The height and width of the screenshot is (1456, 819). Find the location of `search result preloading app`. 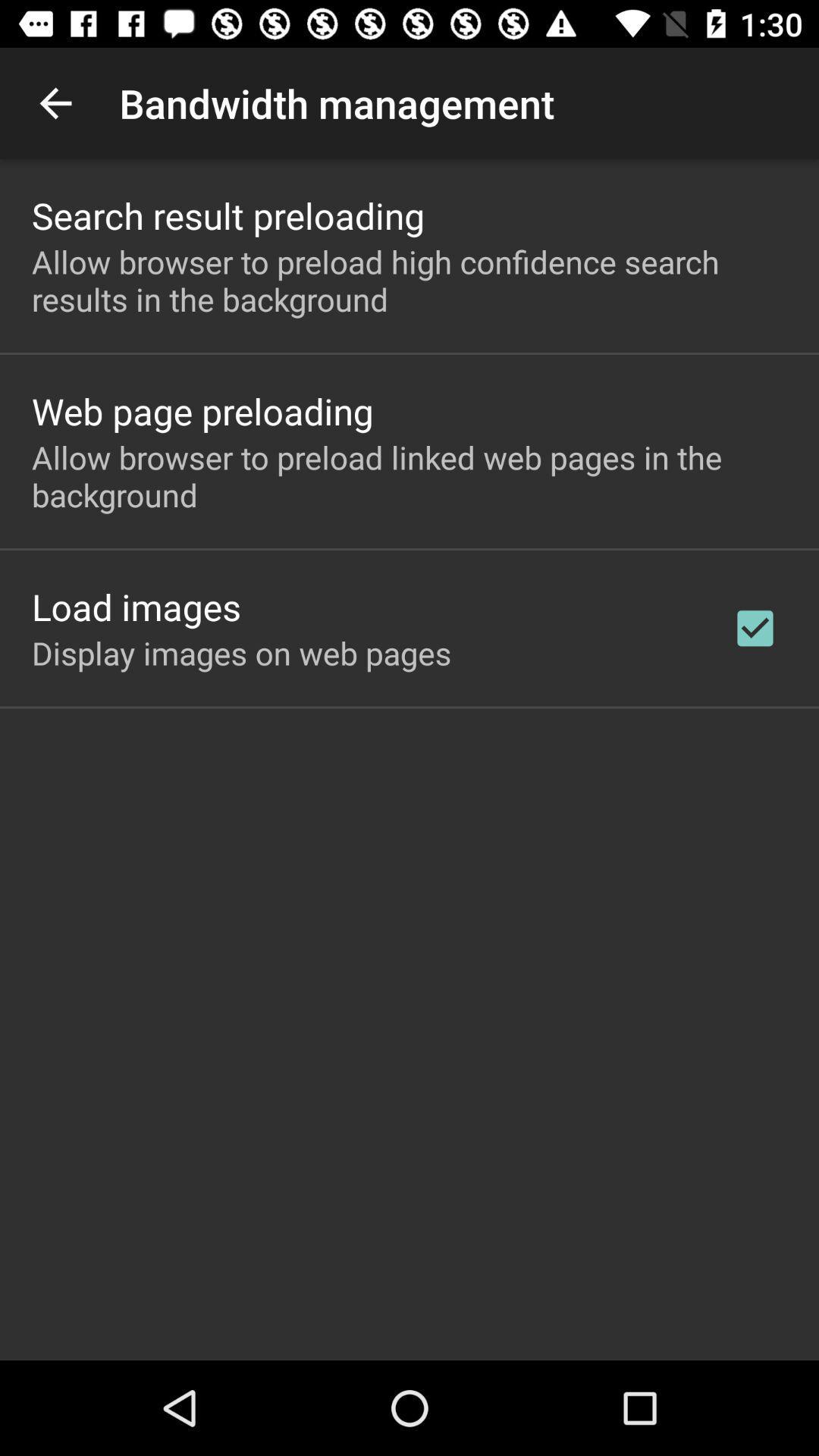

search result preloading app is located at coordinates (228, 215).